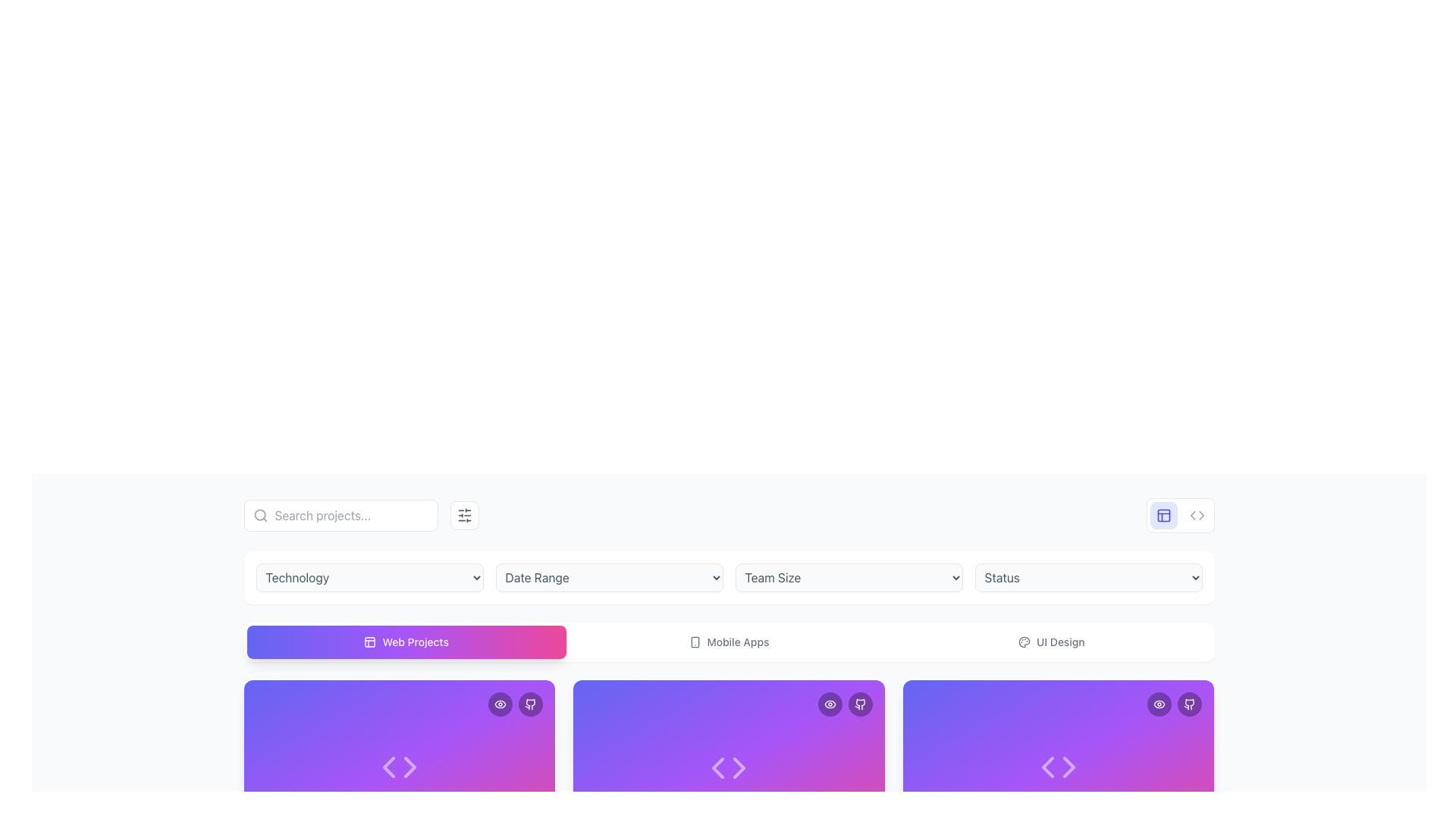 The width and height of the screenshot is (1456, 819). I want to click on the button with an icon located in the upper-right area of a card, so click(1159, 704).